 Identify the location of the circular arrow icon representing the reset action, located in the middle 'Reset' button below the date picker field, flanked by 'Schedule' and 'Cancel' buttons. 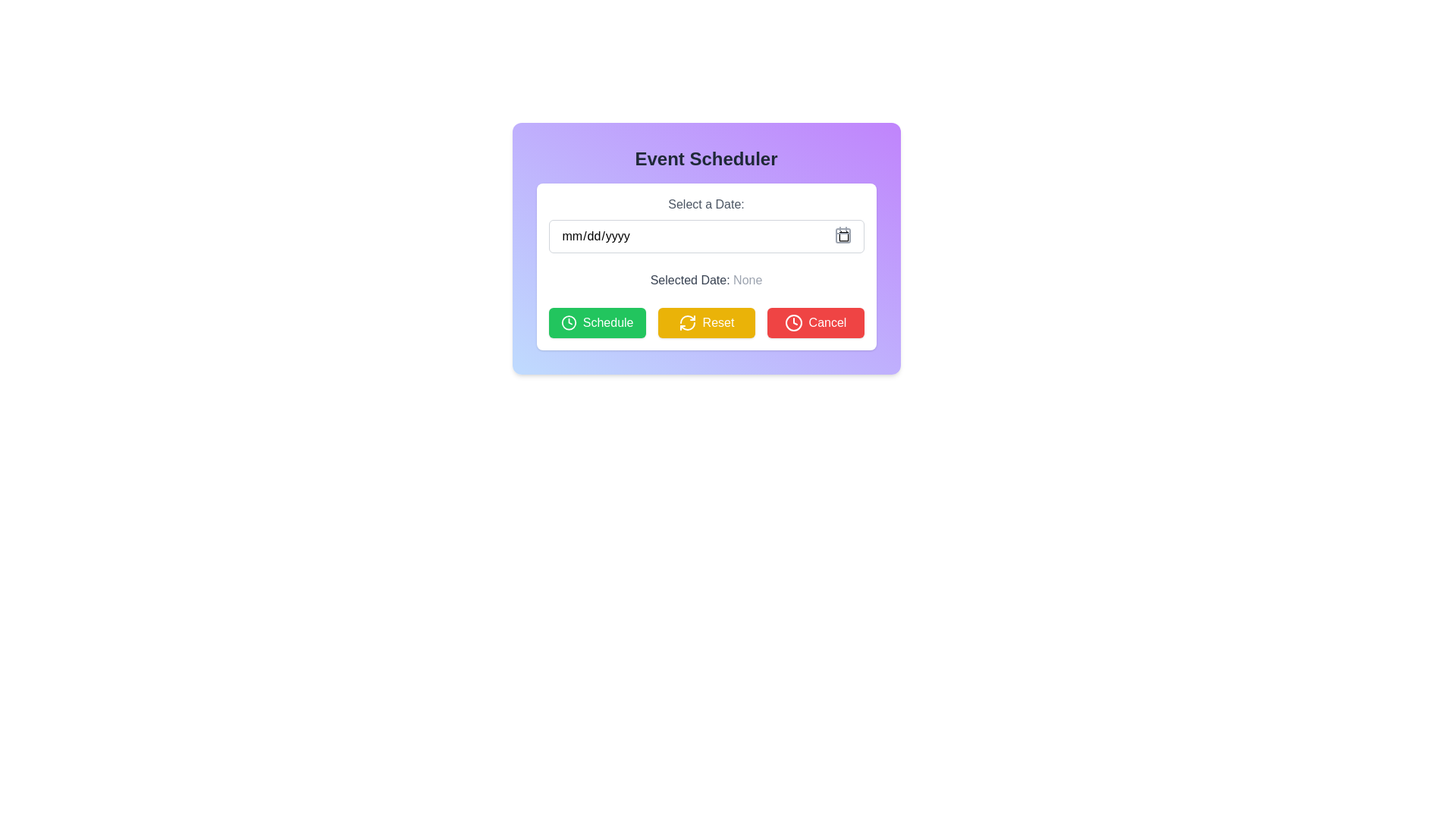
(686, 322).